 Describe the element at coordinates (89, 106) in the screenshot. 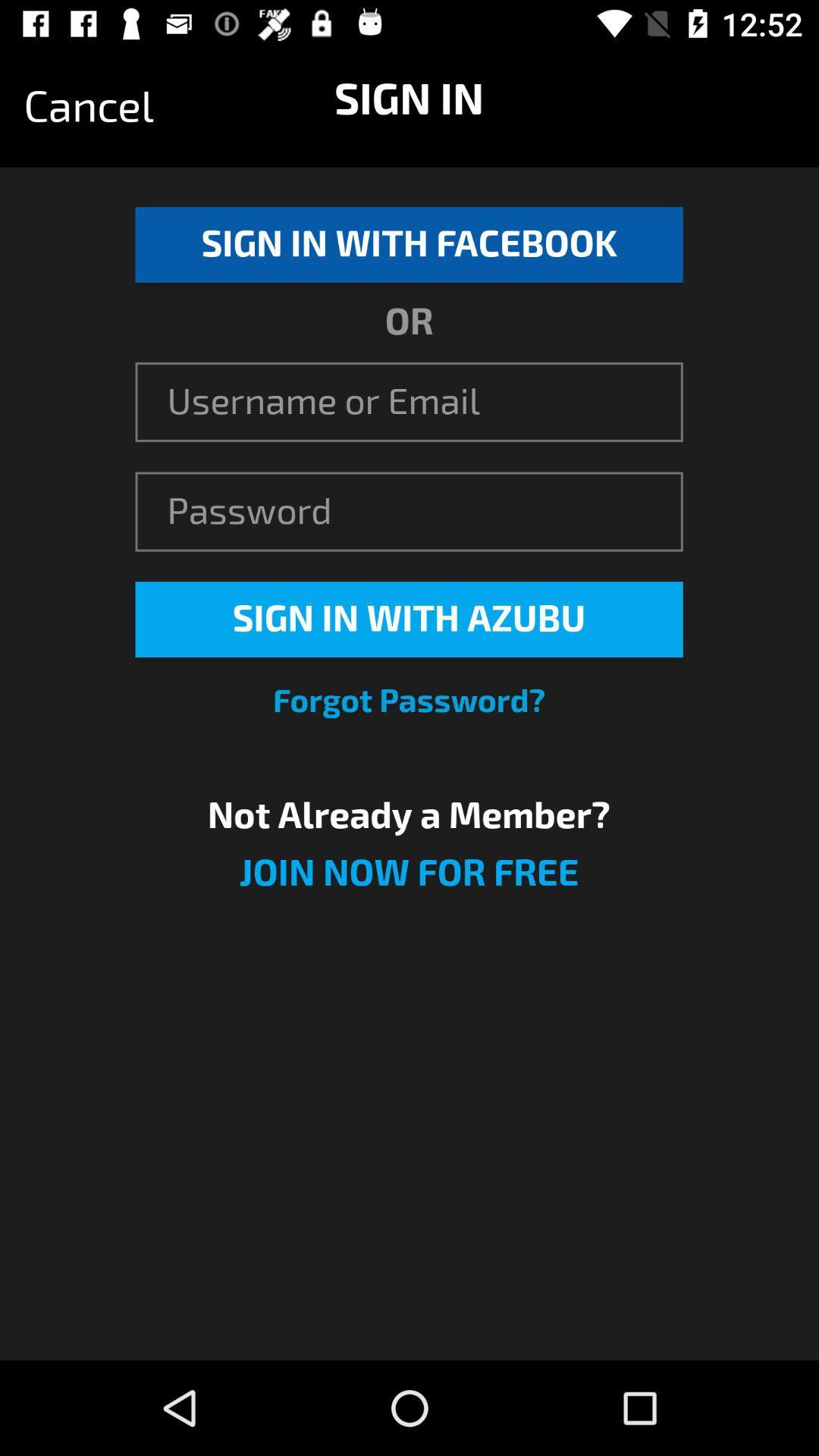

I see `cancel` at that location.